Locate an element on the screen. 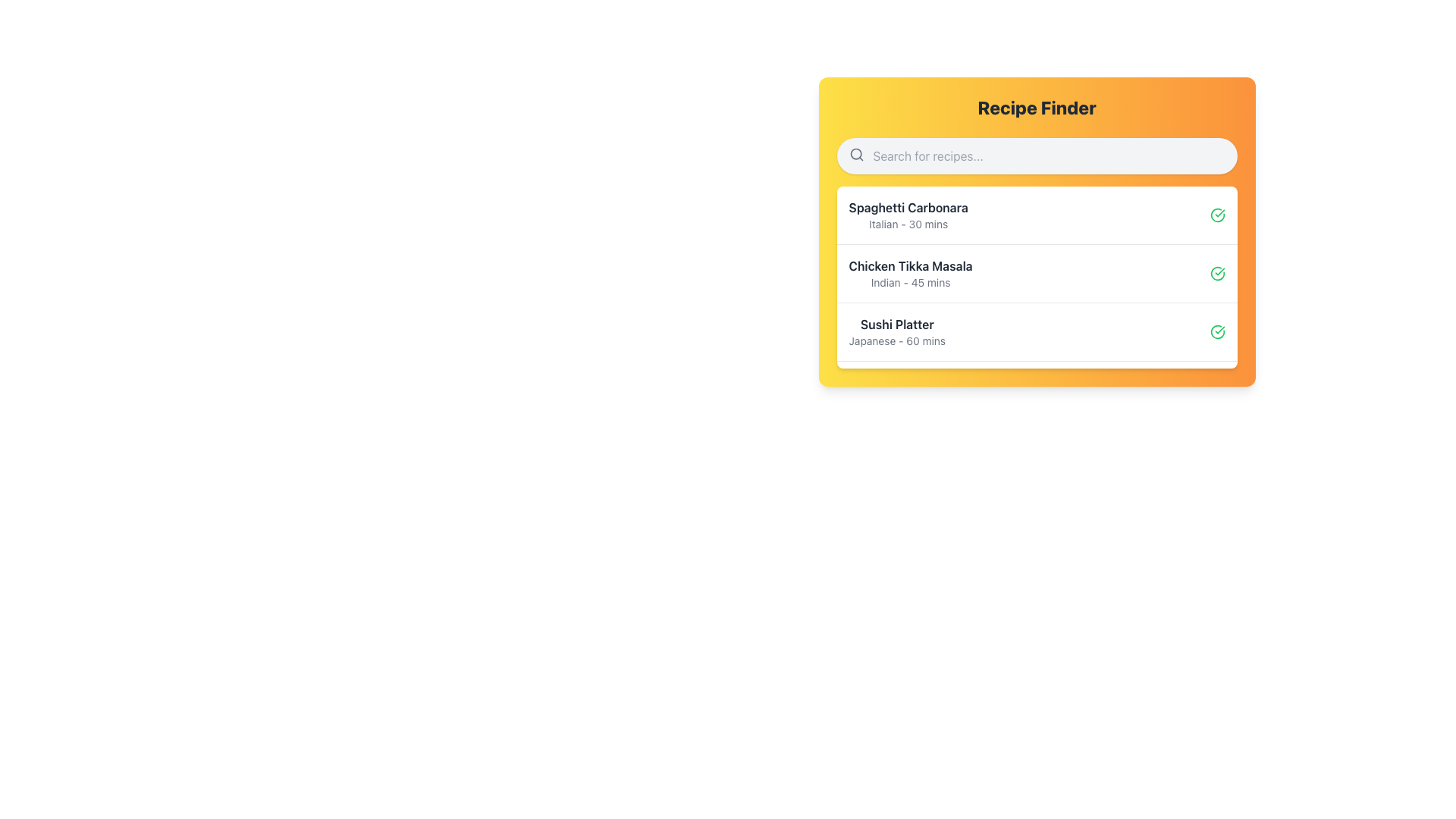  the topmost recipe list item titled 'Spaghetti Carbonara' is located at coordinates (908, 215).